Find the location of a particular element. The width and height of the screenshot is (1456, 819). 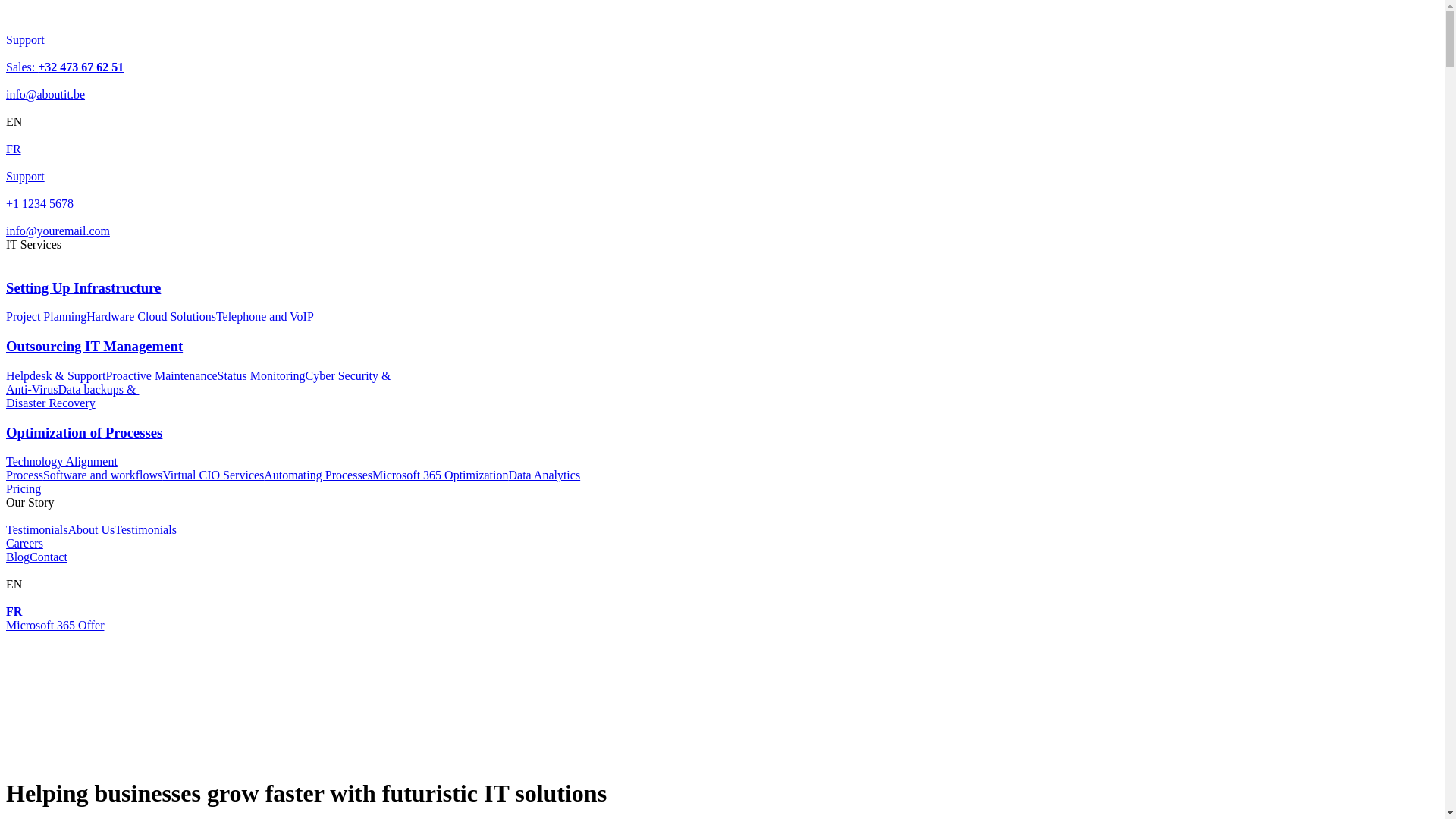

'Hardware' is located at coordinates (111, 315).